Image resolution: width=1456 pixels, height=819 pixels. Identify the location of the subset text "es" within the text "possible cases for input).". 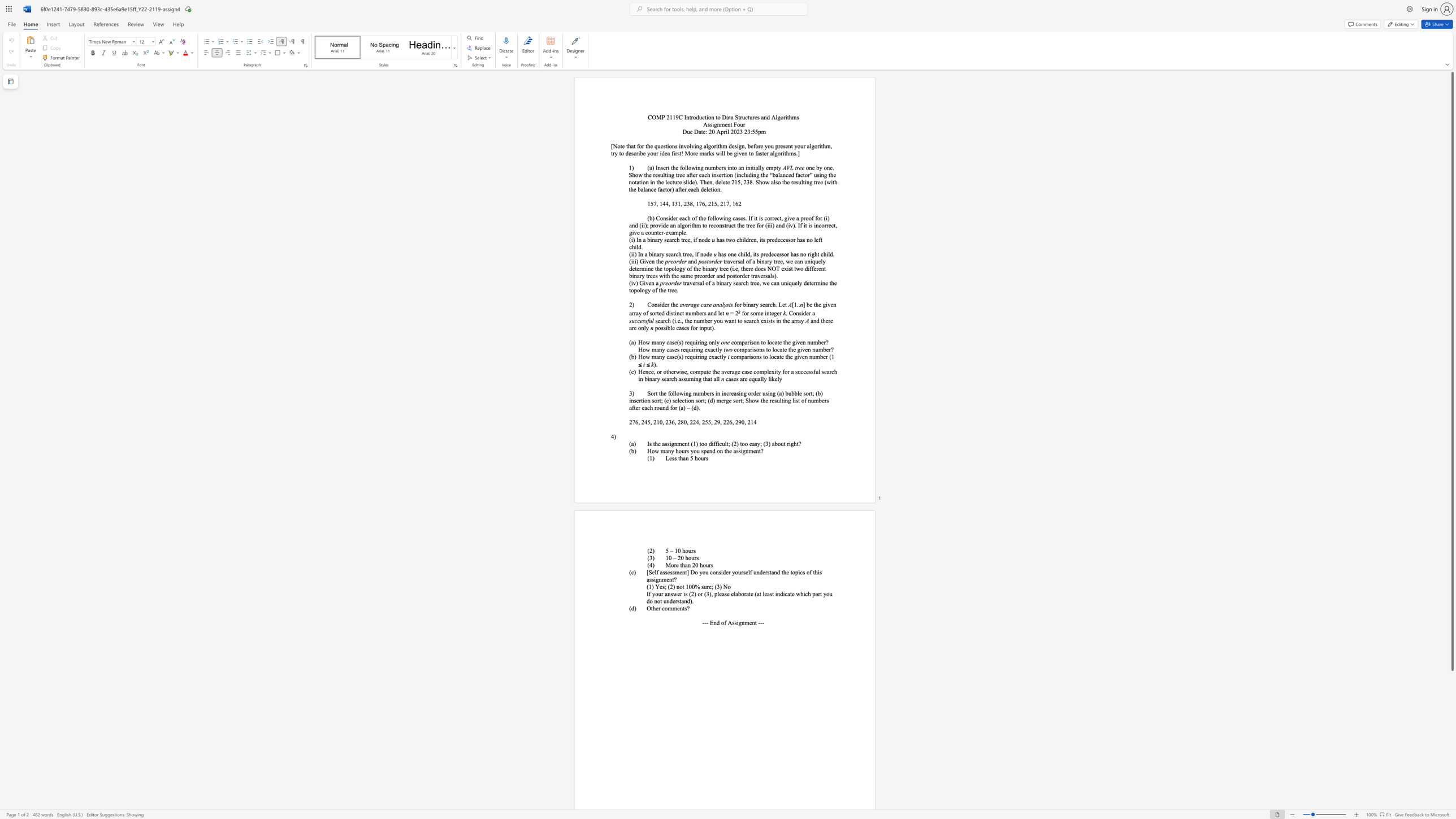
(684, 328).